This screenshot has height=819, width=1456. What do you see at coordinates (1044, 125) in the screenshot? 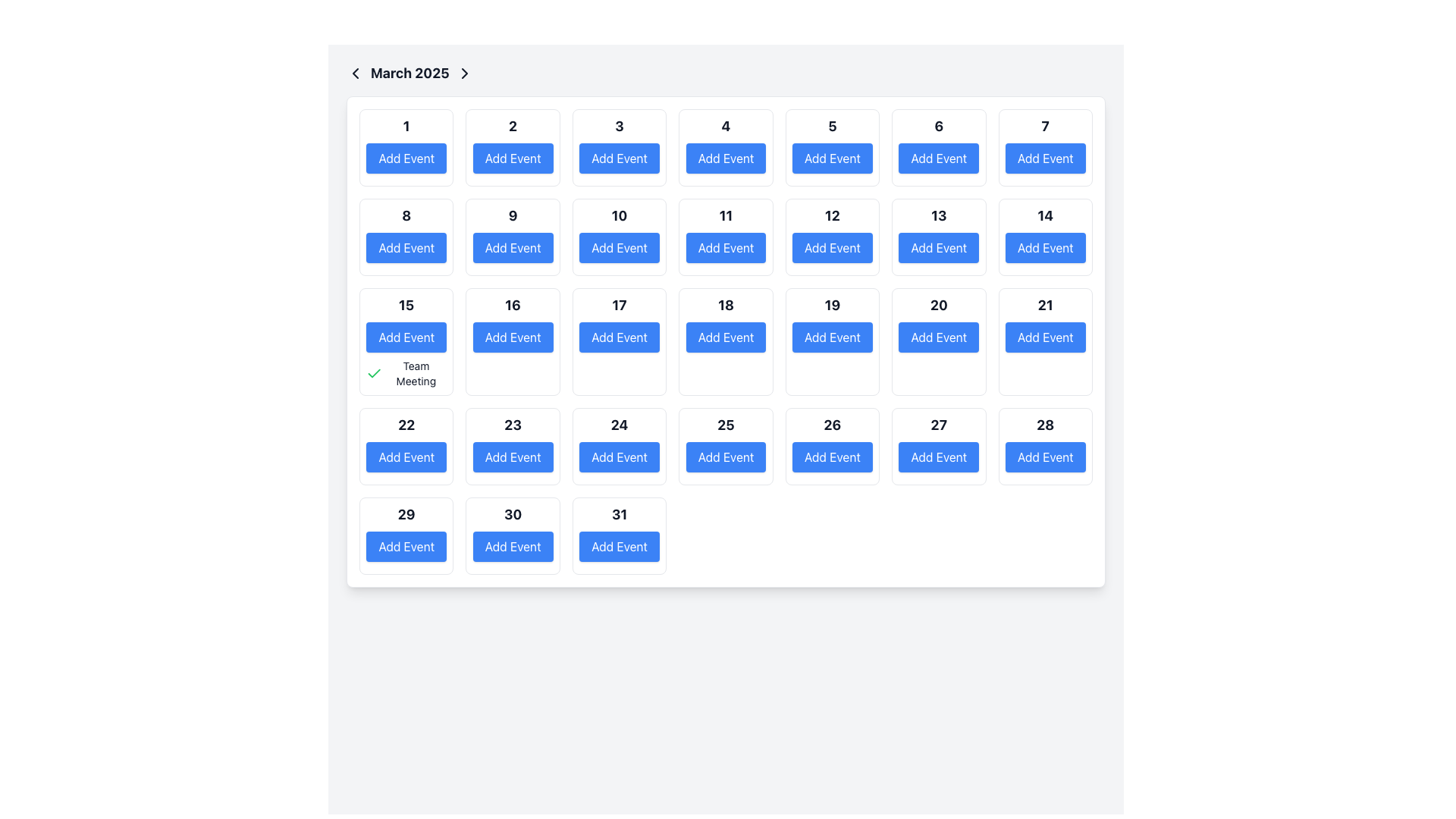
I see `text label indicating the 7th day of the month in the calendar grid, located at the top-right card above the 'Add Event' button` at bounding box center [1044, 125].